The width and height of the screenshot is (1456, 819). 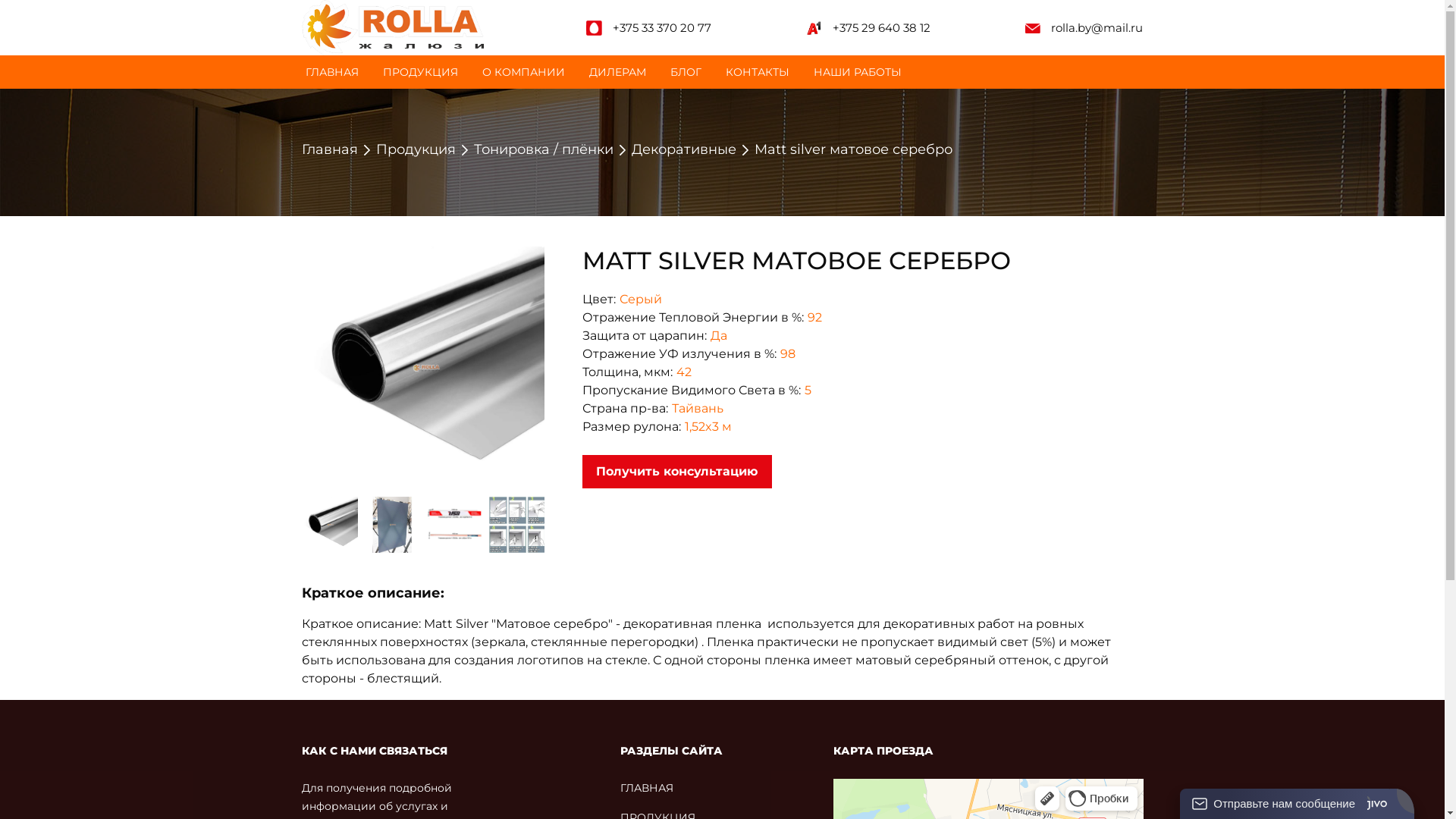 What do you see at coordinates (832, 27) in the screenshot?
I see `'+375 29 640 38 12'` at bounding box center [832, 27].